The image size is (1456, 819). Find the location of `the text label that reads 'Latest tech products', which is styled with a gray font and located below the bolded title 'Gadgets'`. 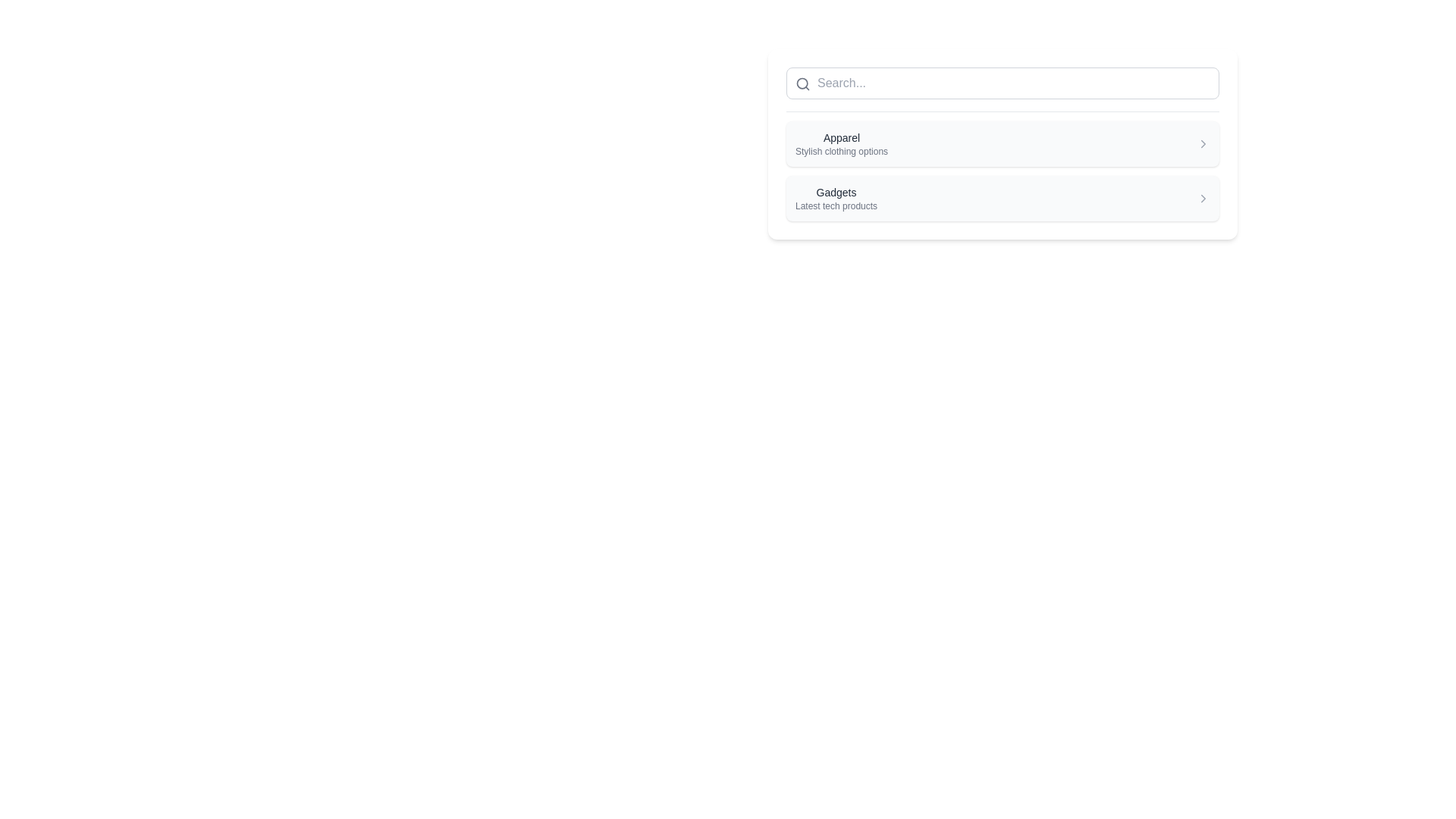

the text label that reads 'Latest tech products', which is styled with a gray font and located below the bolded title 'Gadgets' is located at coordinates (836, 206).